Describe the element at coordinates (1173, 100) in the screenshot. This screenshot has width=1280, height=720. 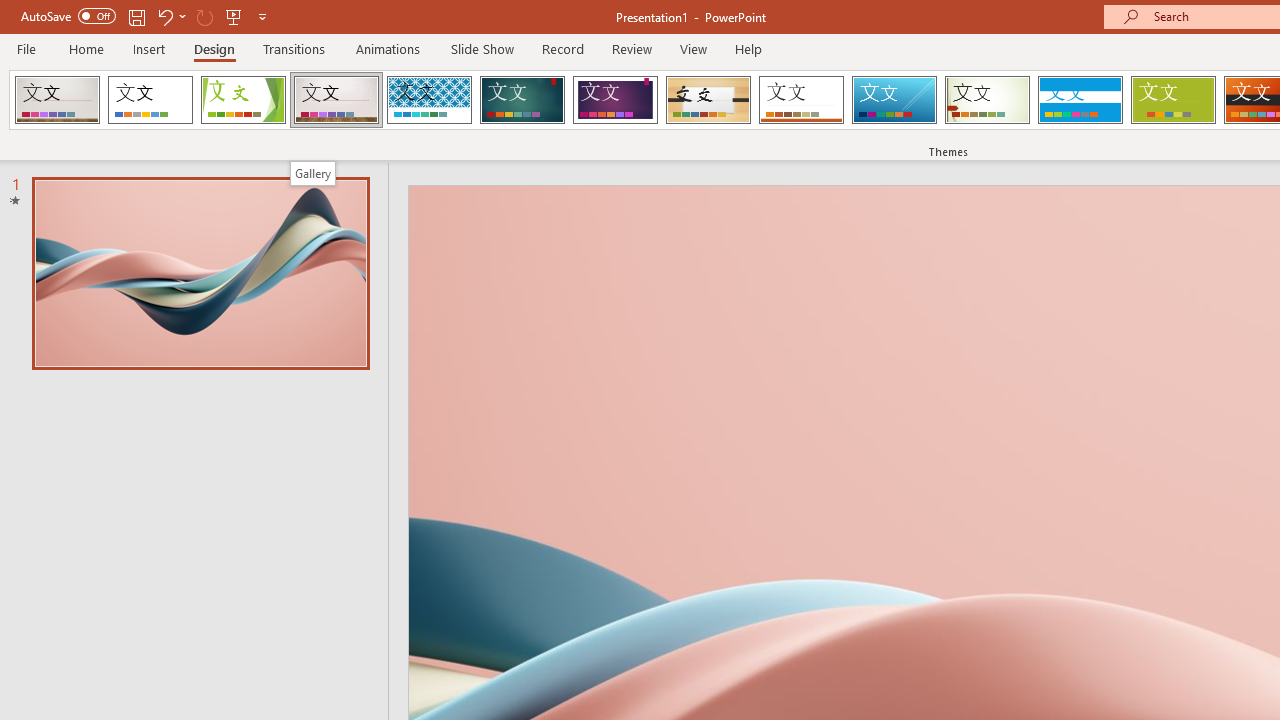
I see `'Basis'` at that location.